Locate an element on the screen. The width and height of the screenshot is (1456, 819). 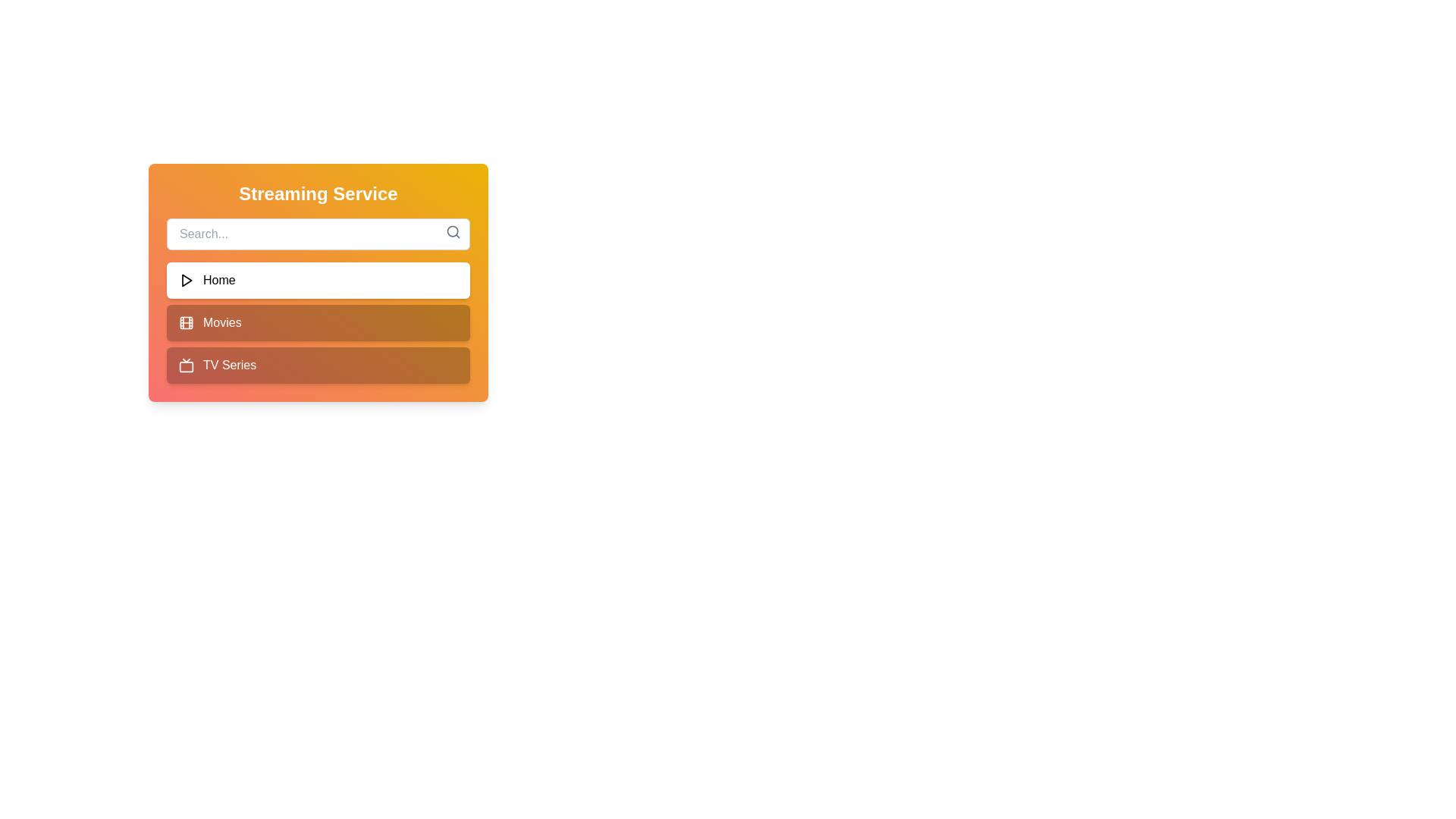
the television icon within the 'TV Series' button, which is located at the top-left corner of the button, displaying a simple outline design in white against a reddish background is located at coordinates (185, 366).